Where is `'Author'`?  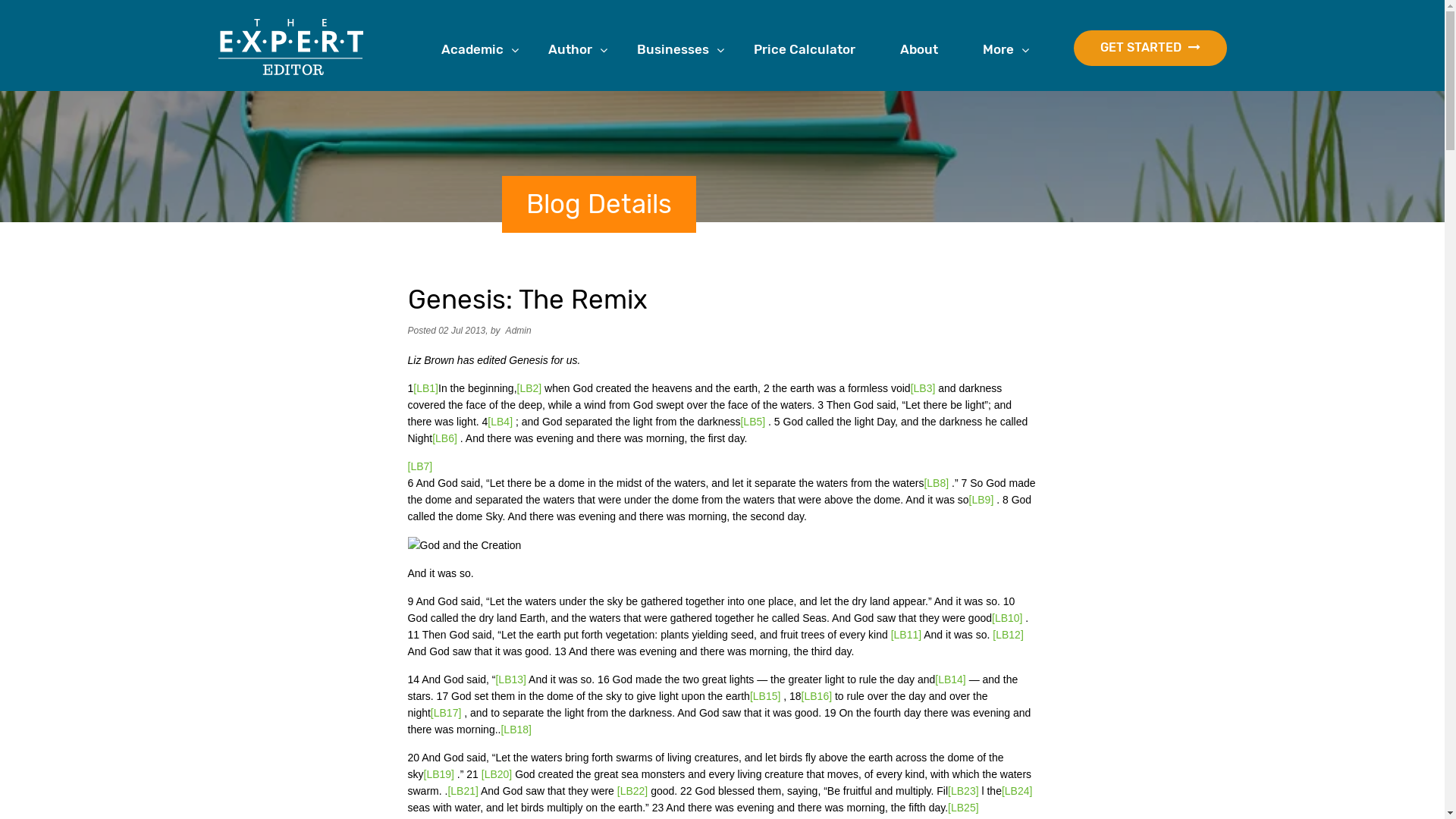
'Author' is located at coordinates (574, 49).